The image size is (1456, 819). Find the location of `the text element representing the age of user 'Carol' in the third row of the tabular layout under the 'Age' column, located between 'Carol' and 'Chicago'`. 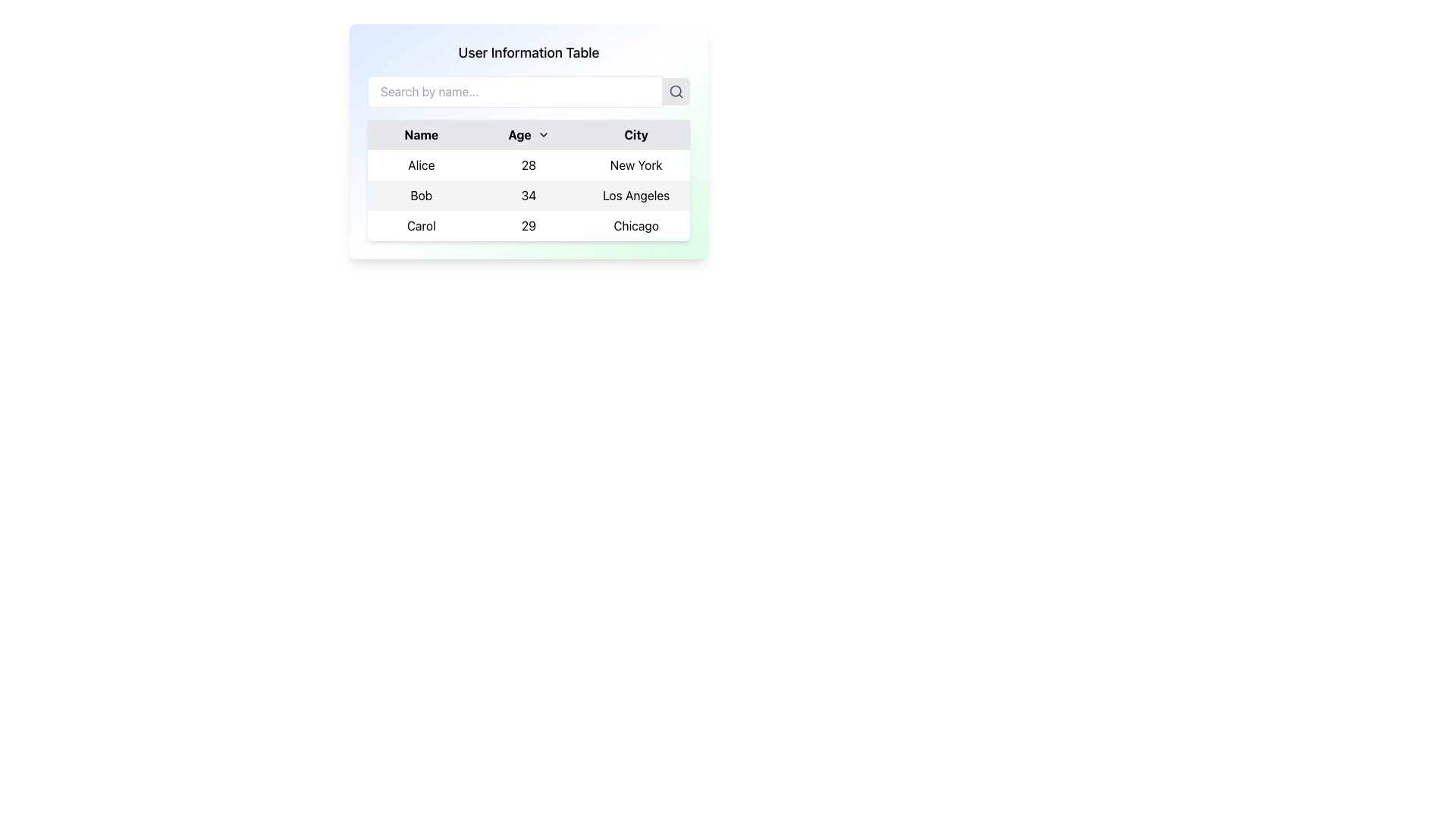

the text element representing the age of user 'Carol' in the third row of the tabular layout under the 'Age' column, located between 'Carol' and 'Chicago' is located at coordinates (529, 225).